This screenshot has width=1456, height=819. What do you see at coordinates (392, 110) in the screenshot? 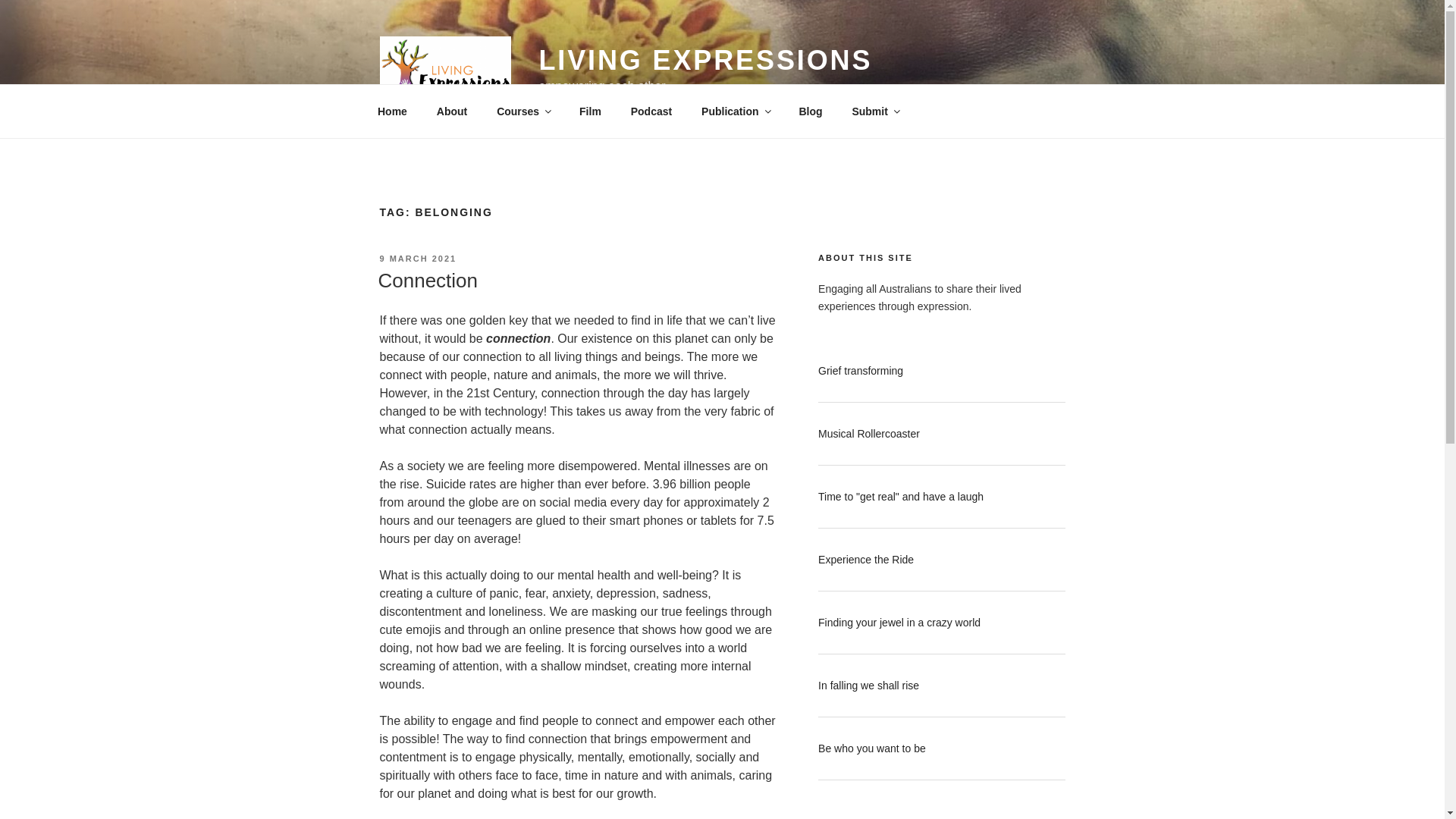
I see `'Home'` at bounding box center [392, 110].